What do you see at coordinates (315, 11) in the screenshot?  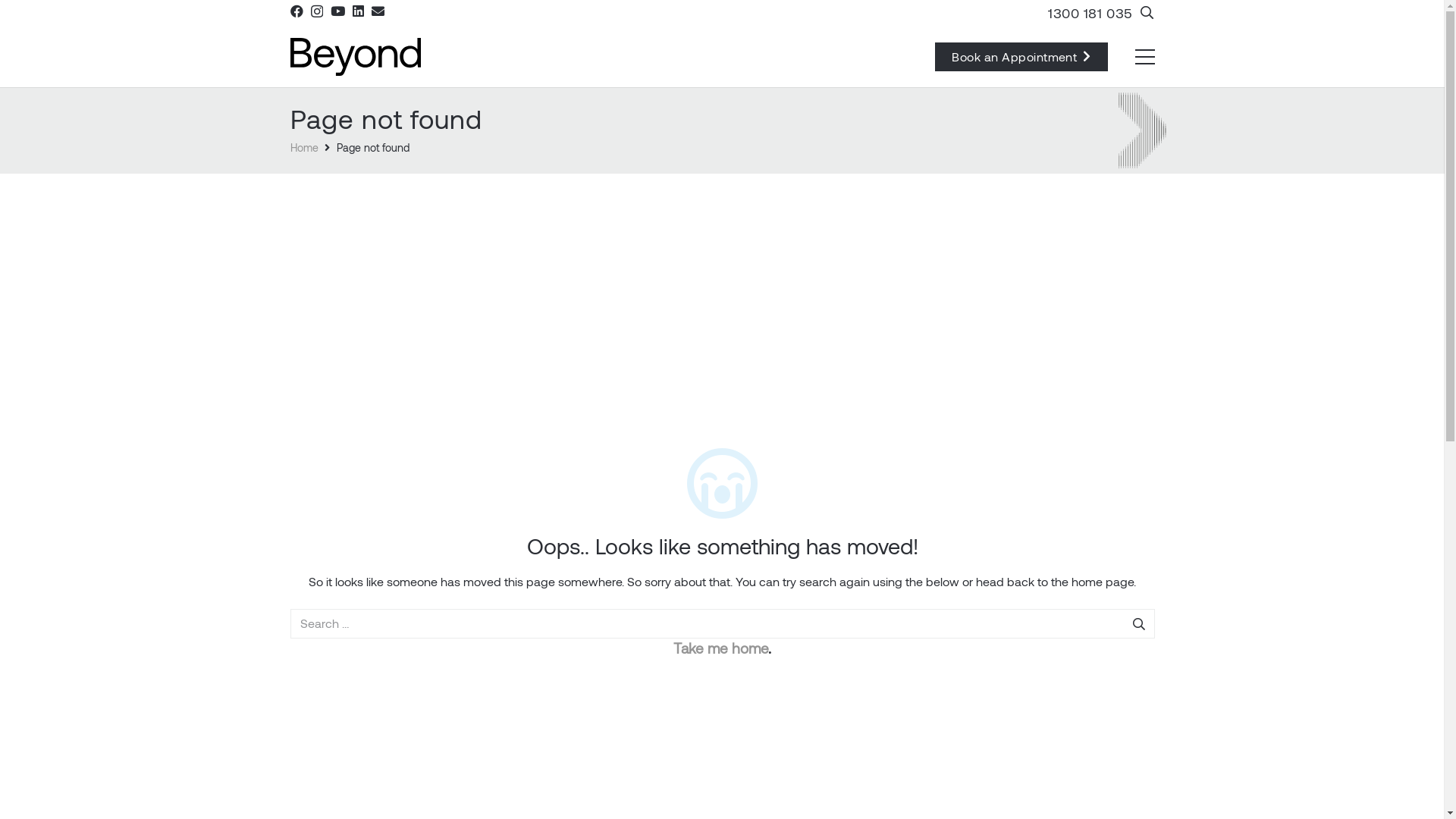 I see `'Instagram'` at bounding box center [315, 11].